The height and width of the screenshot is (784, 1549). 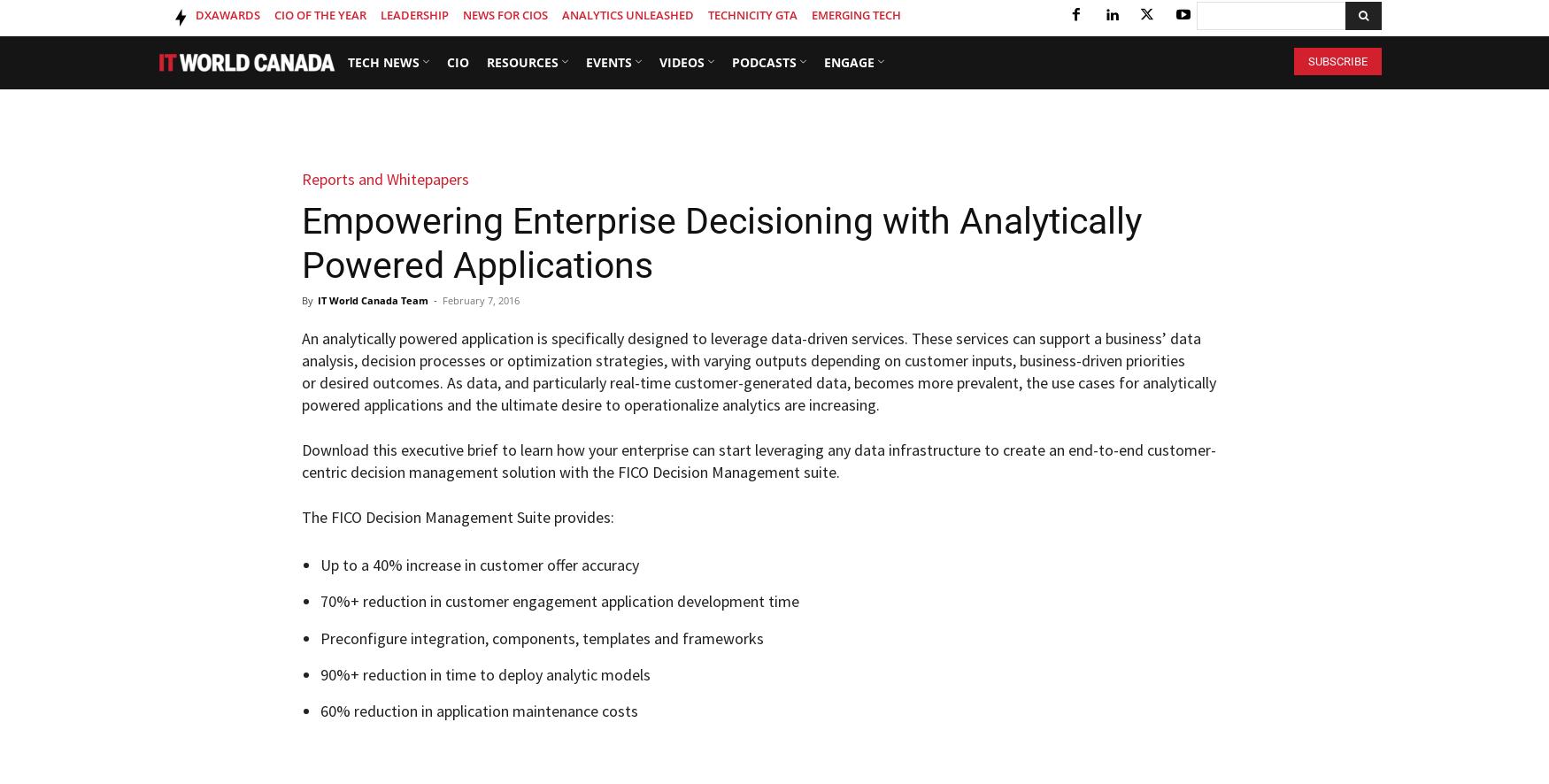 I want to click on 'Empowering Enterprise Decisioning with Analytically Powered Applications', so click(x=721, y=243).